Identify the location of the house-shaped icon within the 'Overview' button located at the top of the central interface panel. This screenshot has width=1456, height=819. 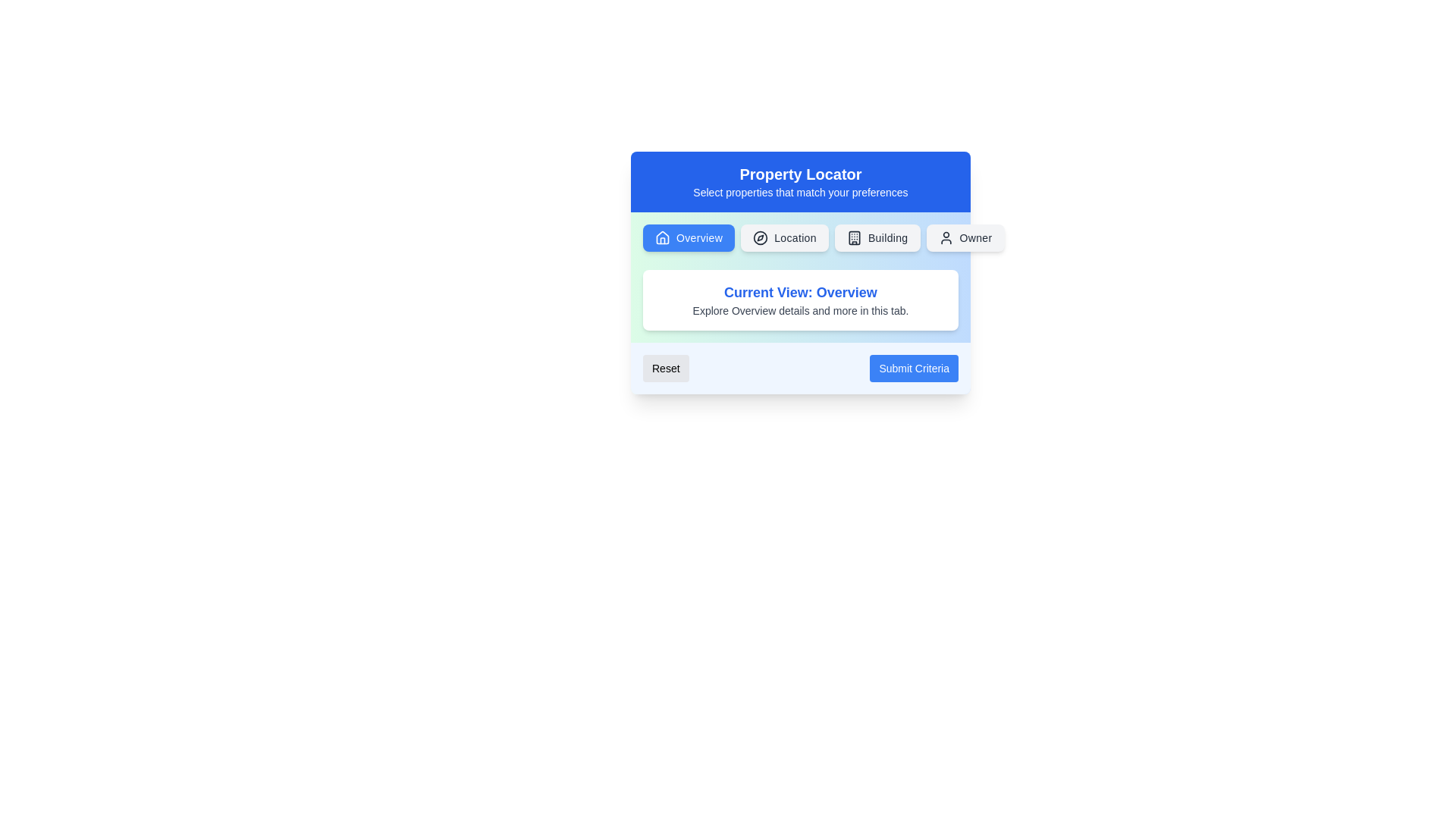
(662, 237).